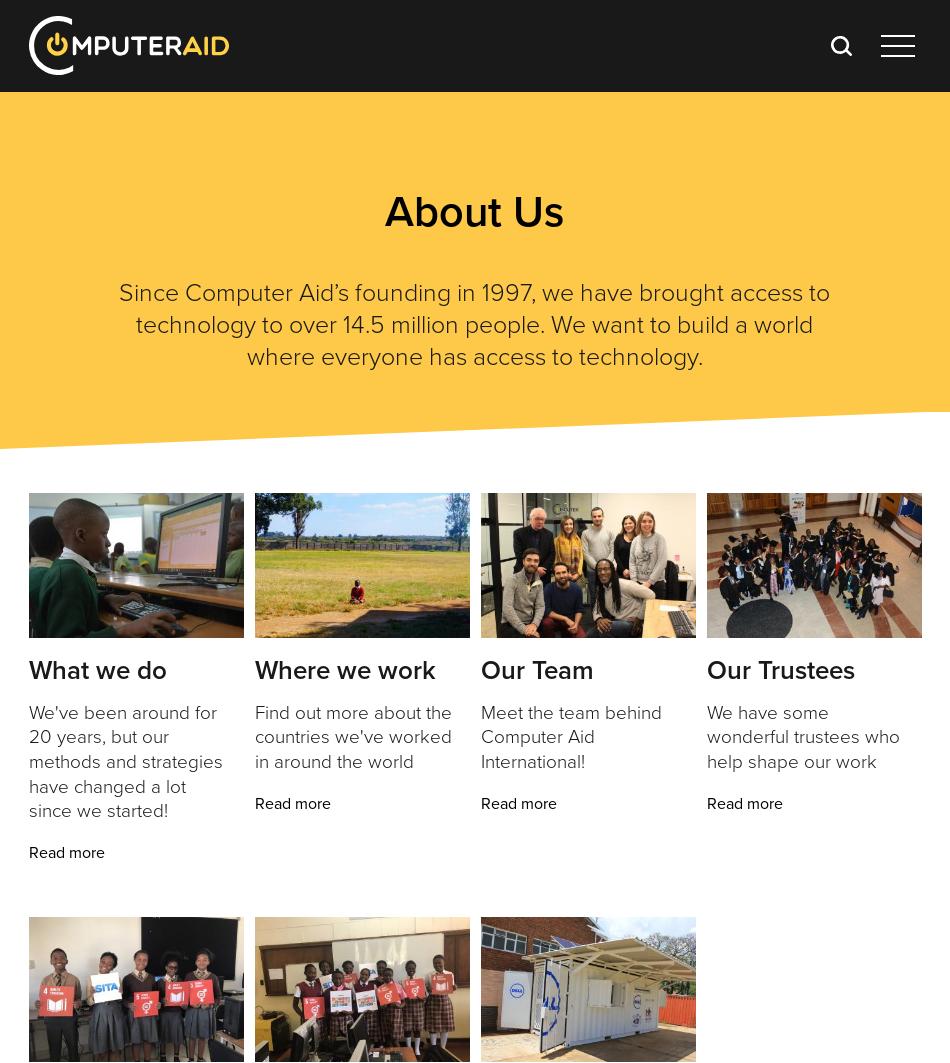 The height and width of the screenshot is (1063, 950). I want to click on 'We've been around for 20 years, but our methods and strategies have changed a lot since we started!', so click(28, 760).